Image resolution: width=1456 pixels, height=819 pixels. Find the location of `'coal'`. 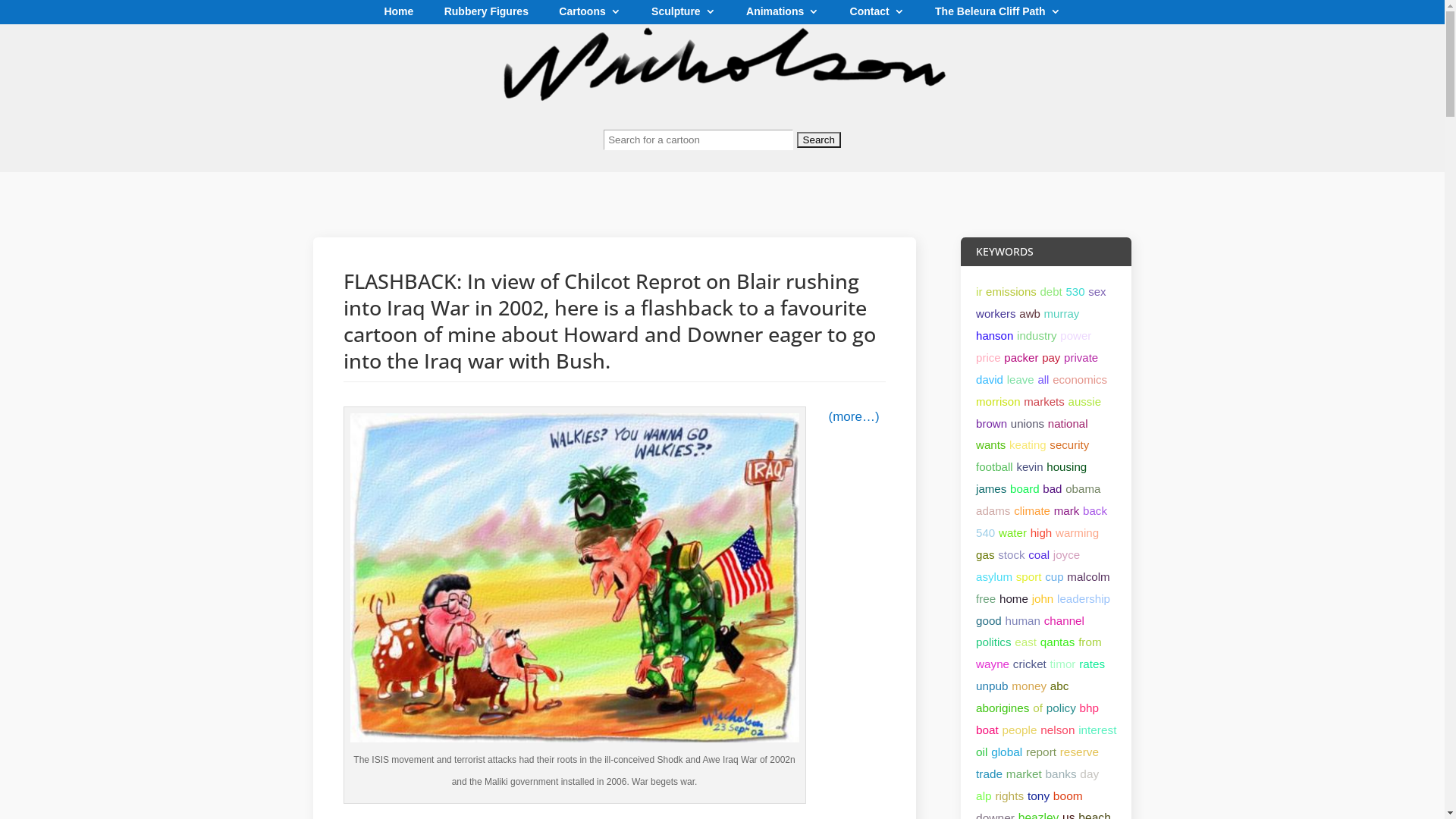

'coal' is located at coordinates (1037, 554).